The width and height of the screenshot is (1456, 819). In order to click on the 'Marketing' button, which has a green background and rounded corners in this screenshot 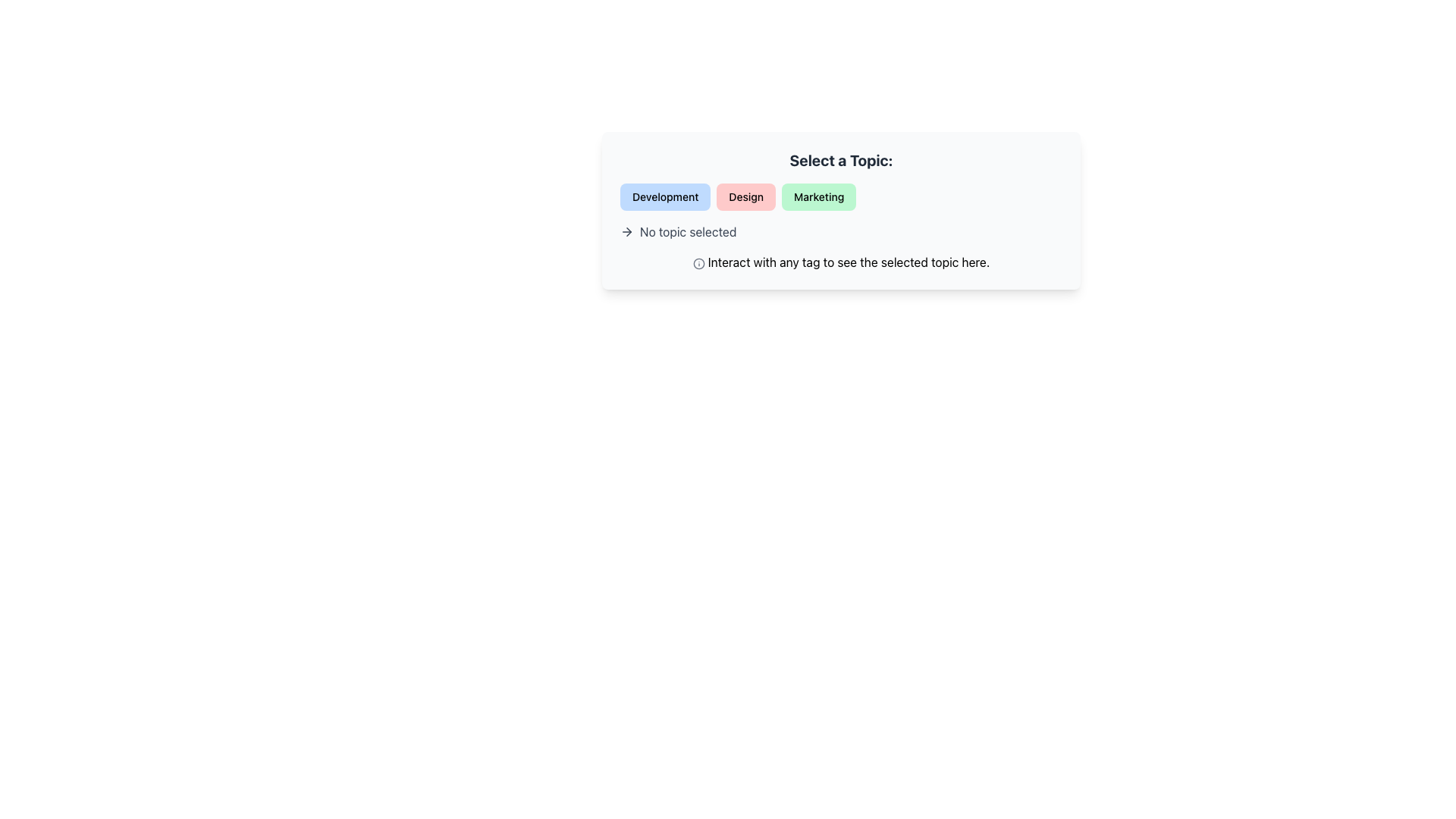, I will do `click(818, 196)`.